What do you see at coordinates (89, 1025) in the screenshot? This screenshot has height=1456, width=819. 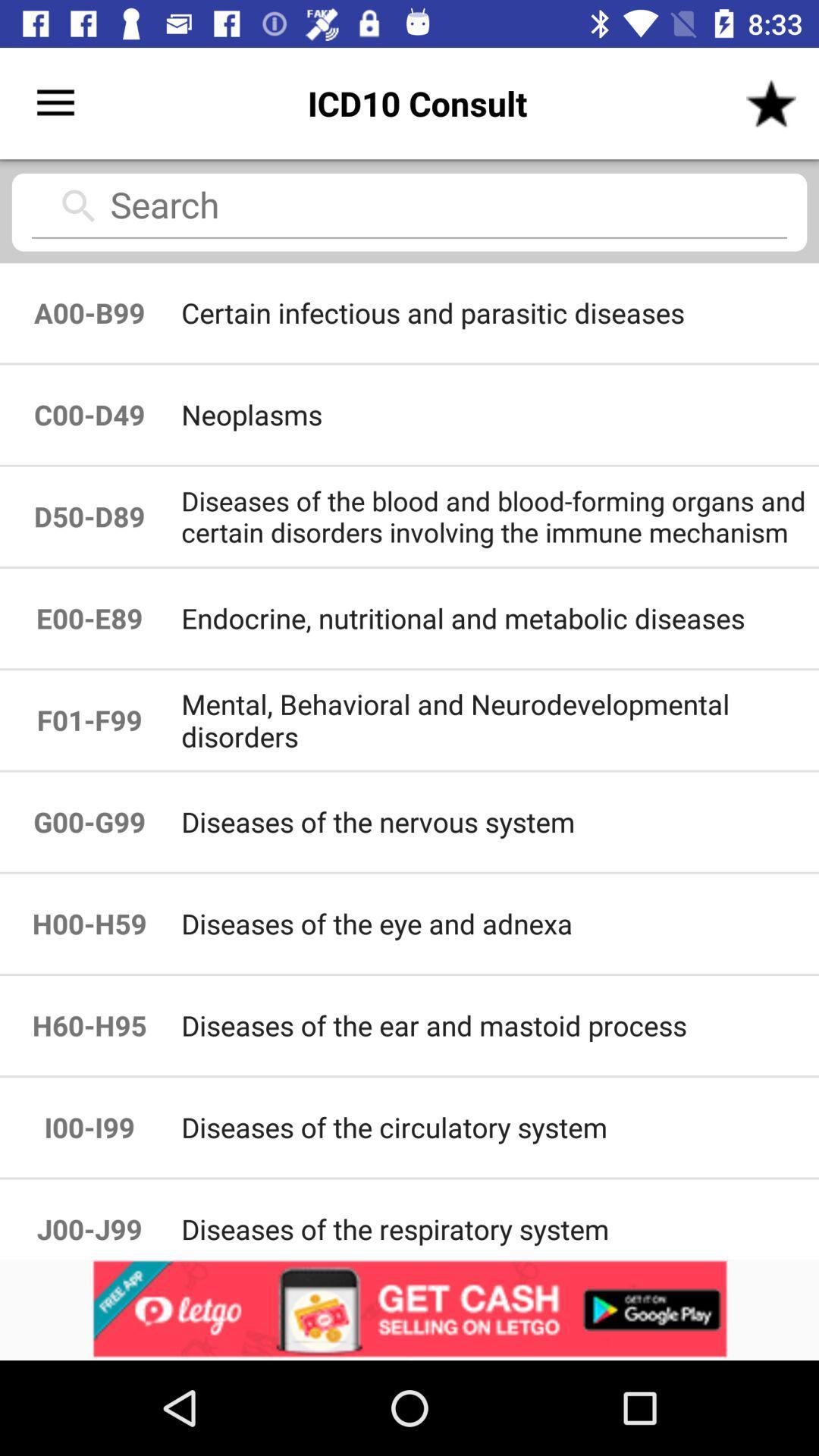 I see `h60-h95 icon` at bounding box center [89, 1025].